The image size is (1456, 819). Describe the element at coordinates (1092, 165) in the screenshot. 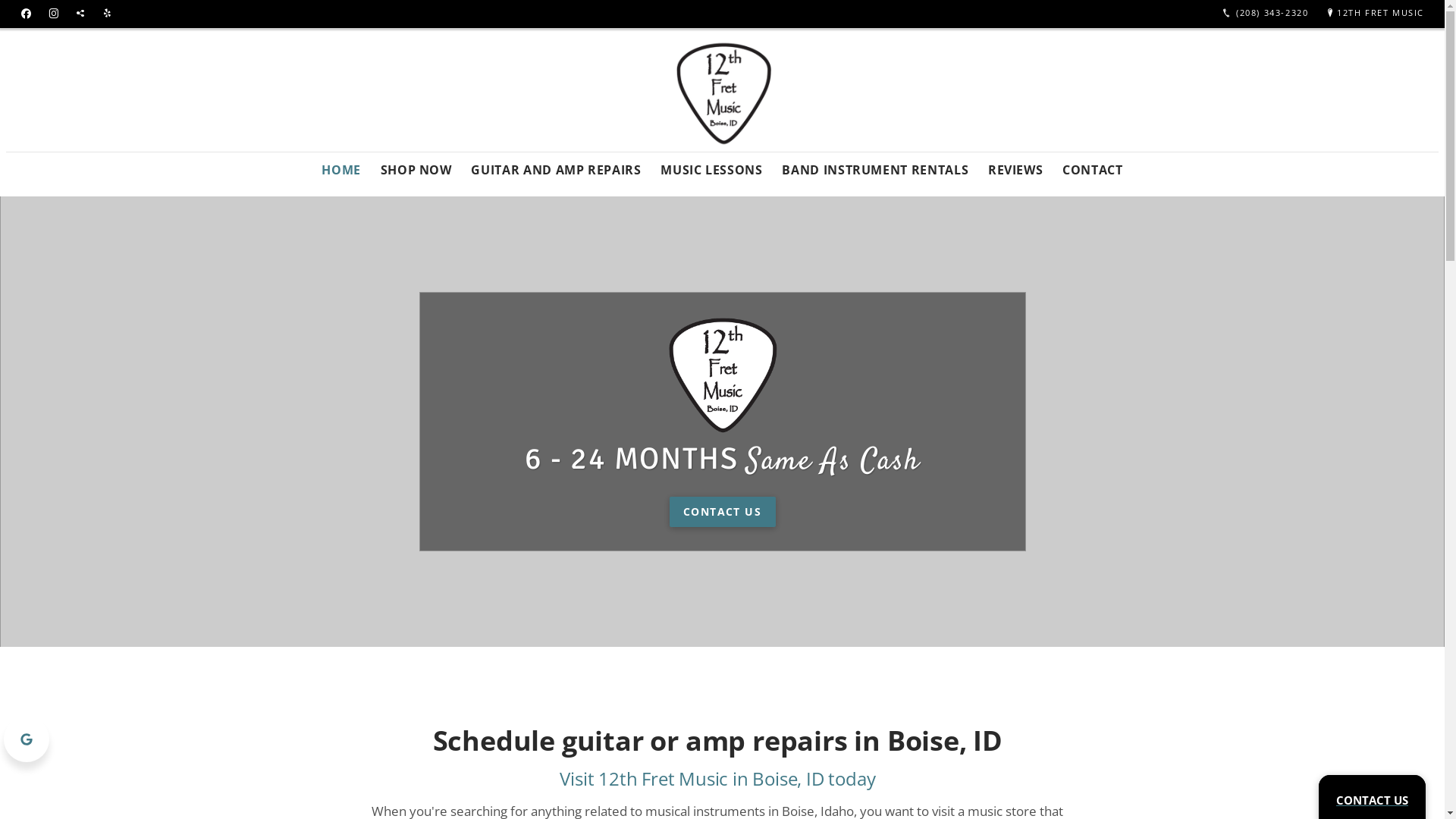

I see `'CONTACT'` at that location.